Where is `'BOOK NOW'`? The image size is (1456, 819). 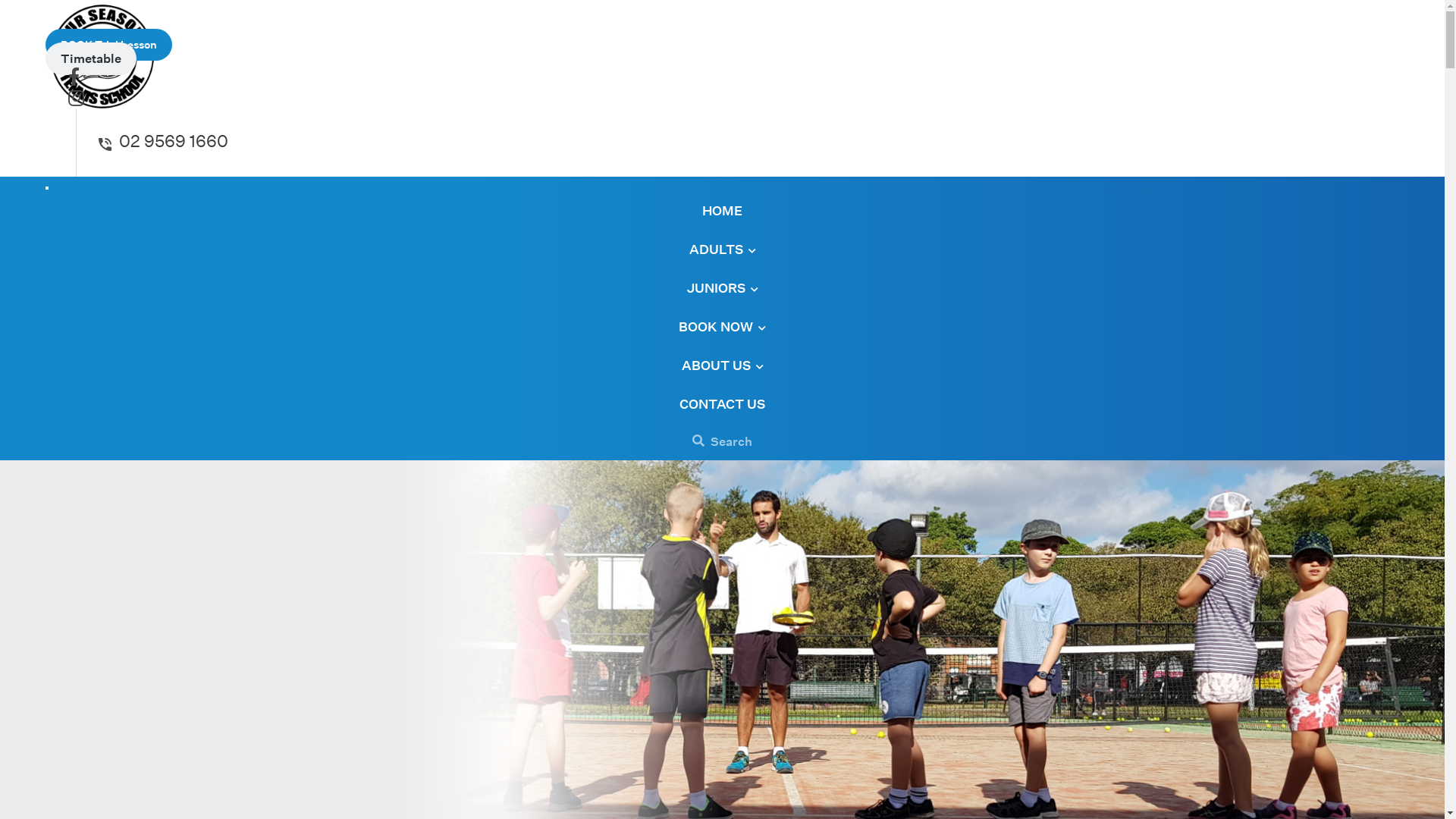 'BOOK NOW' is located at coordinates (721, 325).